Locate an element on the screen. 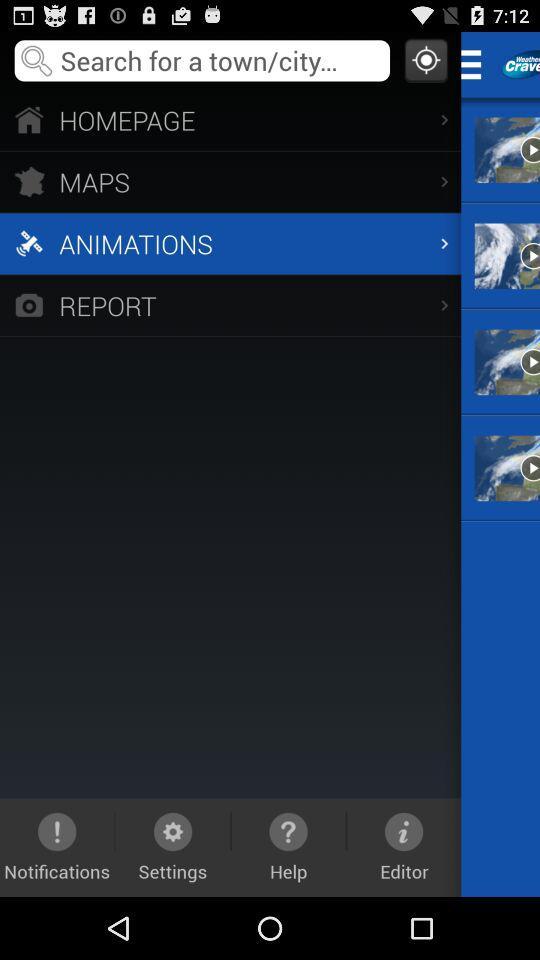 The height and width of the screenshot is (960, 540). expand menu is located at coordinates (476, 64).